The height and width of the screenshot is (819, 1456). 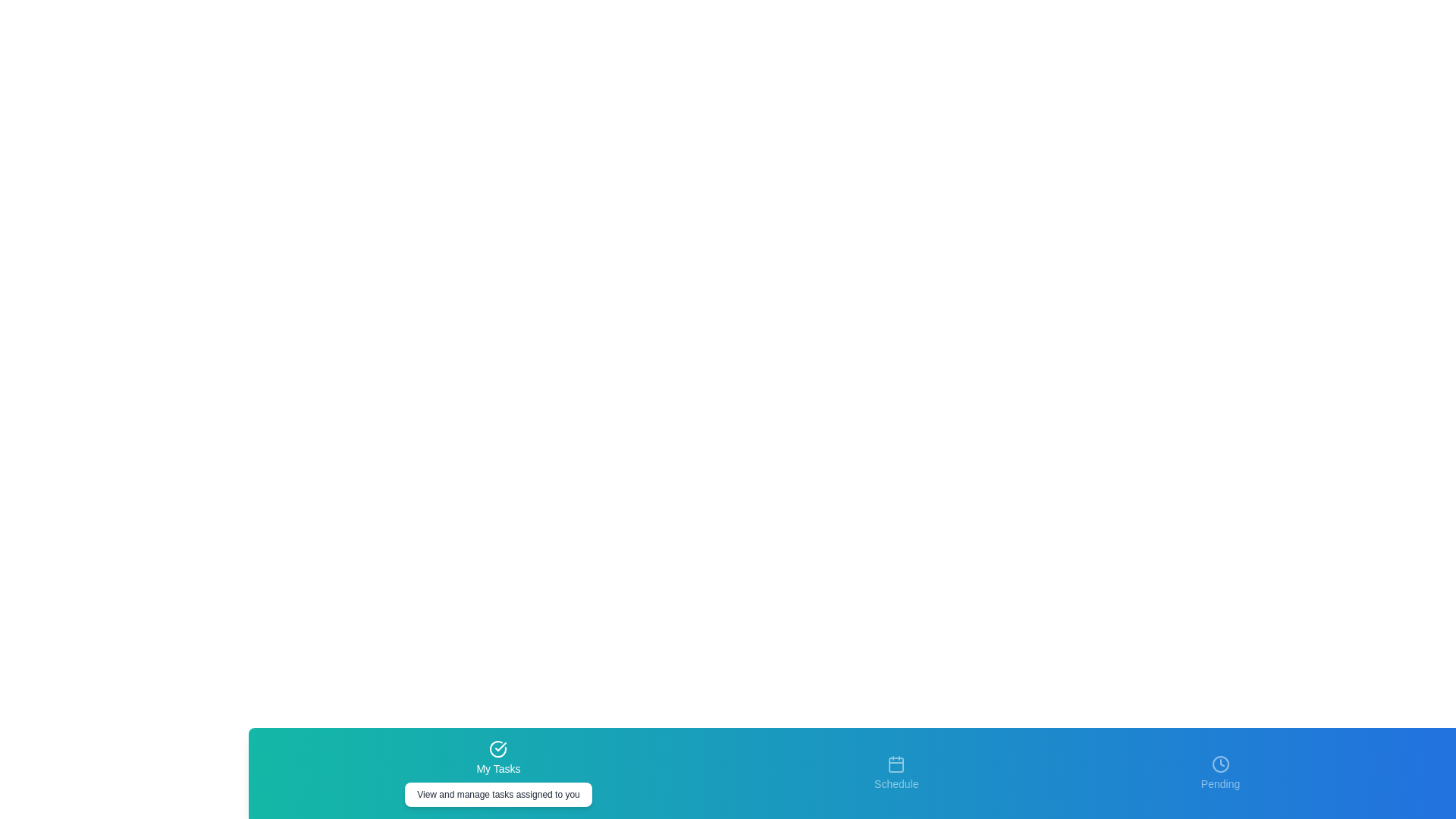 What do you see at coordinates (1219, 773) in the screenshot?
I see `the tab labeled Pending to see its hover effect` at bounding box center [1219, 773].